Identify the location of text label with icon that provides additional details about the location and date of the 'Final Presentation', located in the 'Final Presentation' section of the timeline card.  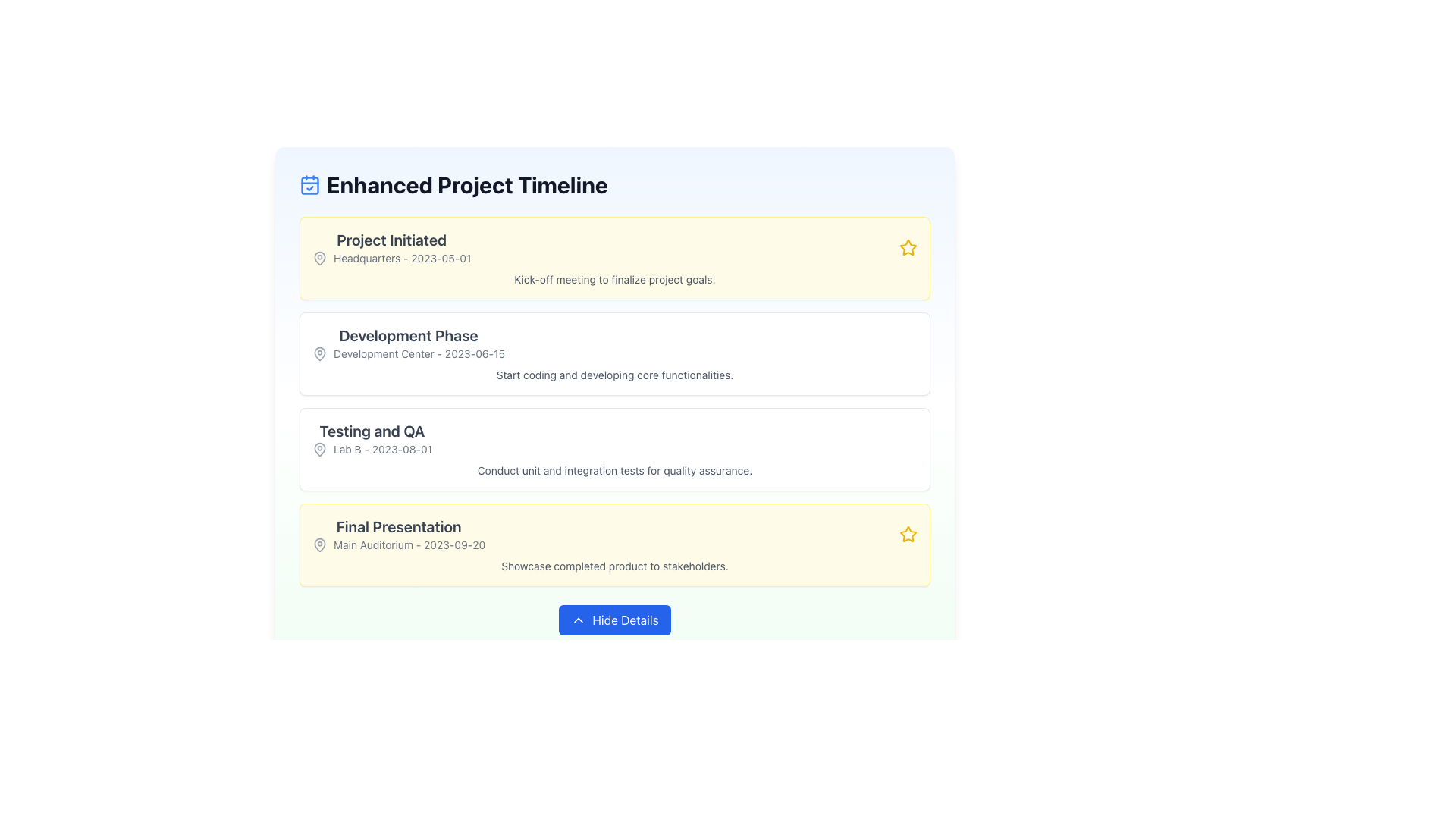
(399, 544).